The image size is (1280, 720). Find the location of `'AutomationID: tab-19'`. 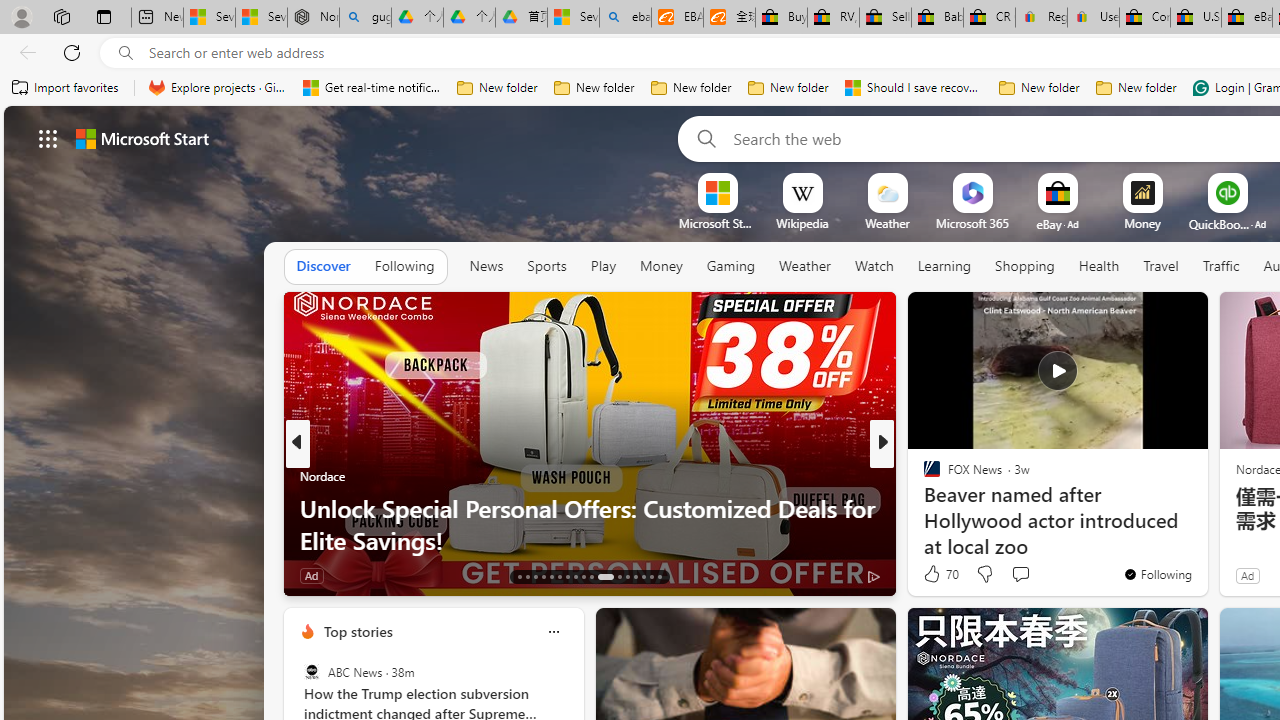

'AutomationID: tab-19' is located at coordinates (566, 577).